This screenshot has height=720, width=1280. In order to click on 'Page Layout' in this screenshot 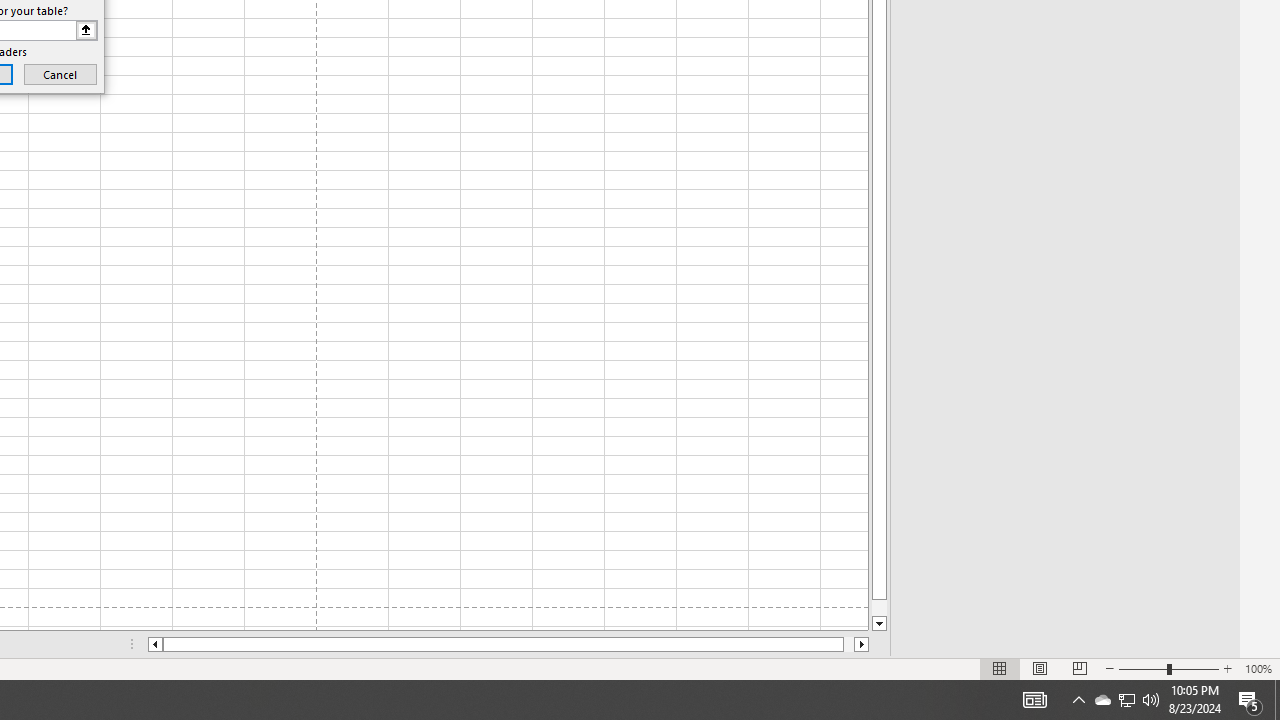, I will do `click(1040, 669)`.